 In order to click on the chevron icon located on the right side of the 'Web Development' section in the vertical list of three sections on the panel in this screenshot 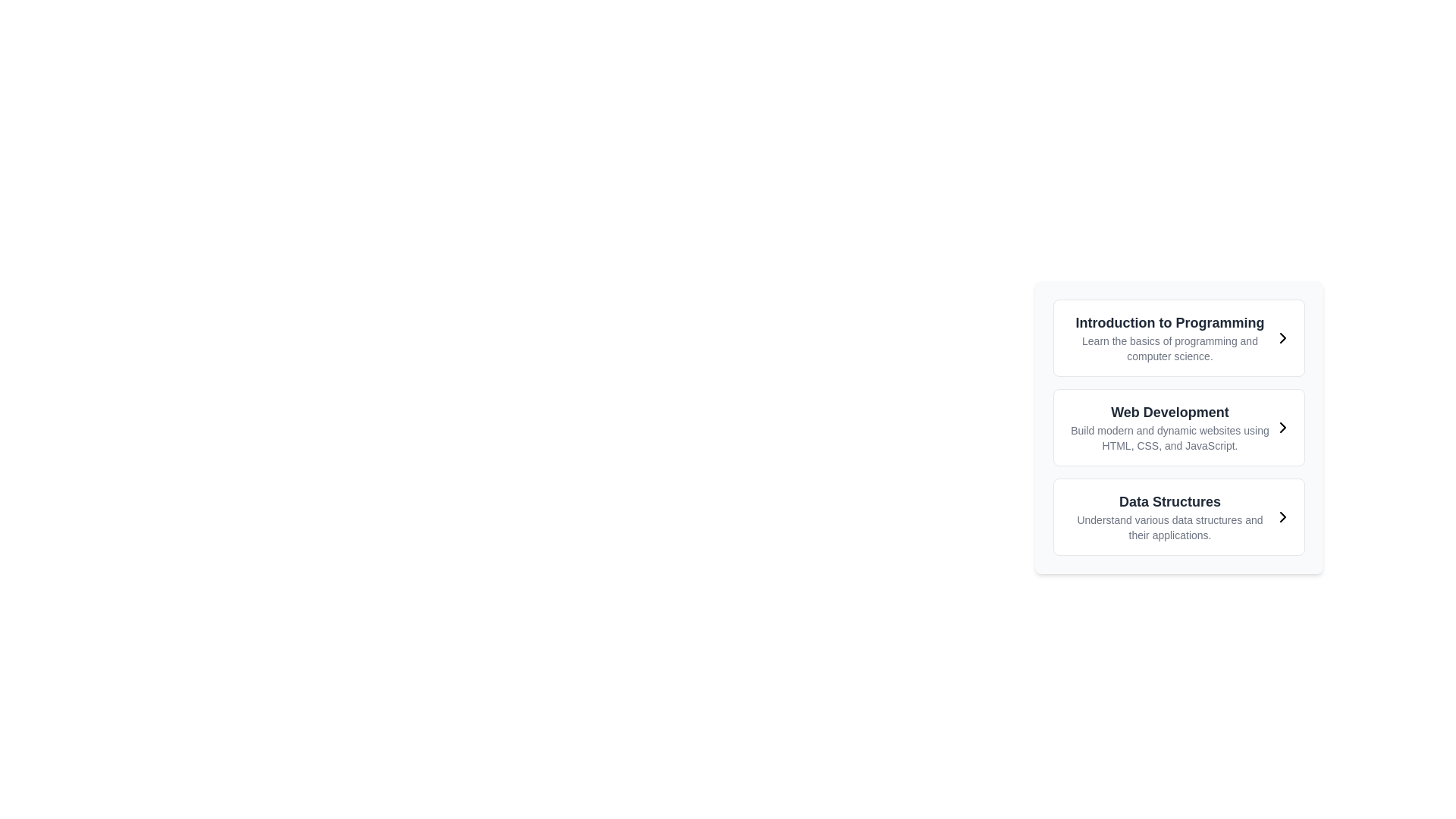, I will do `click(1282, 427)`.